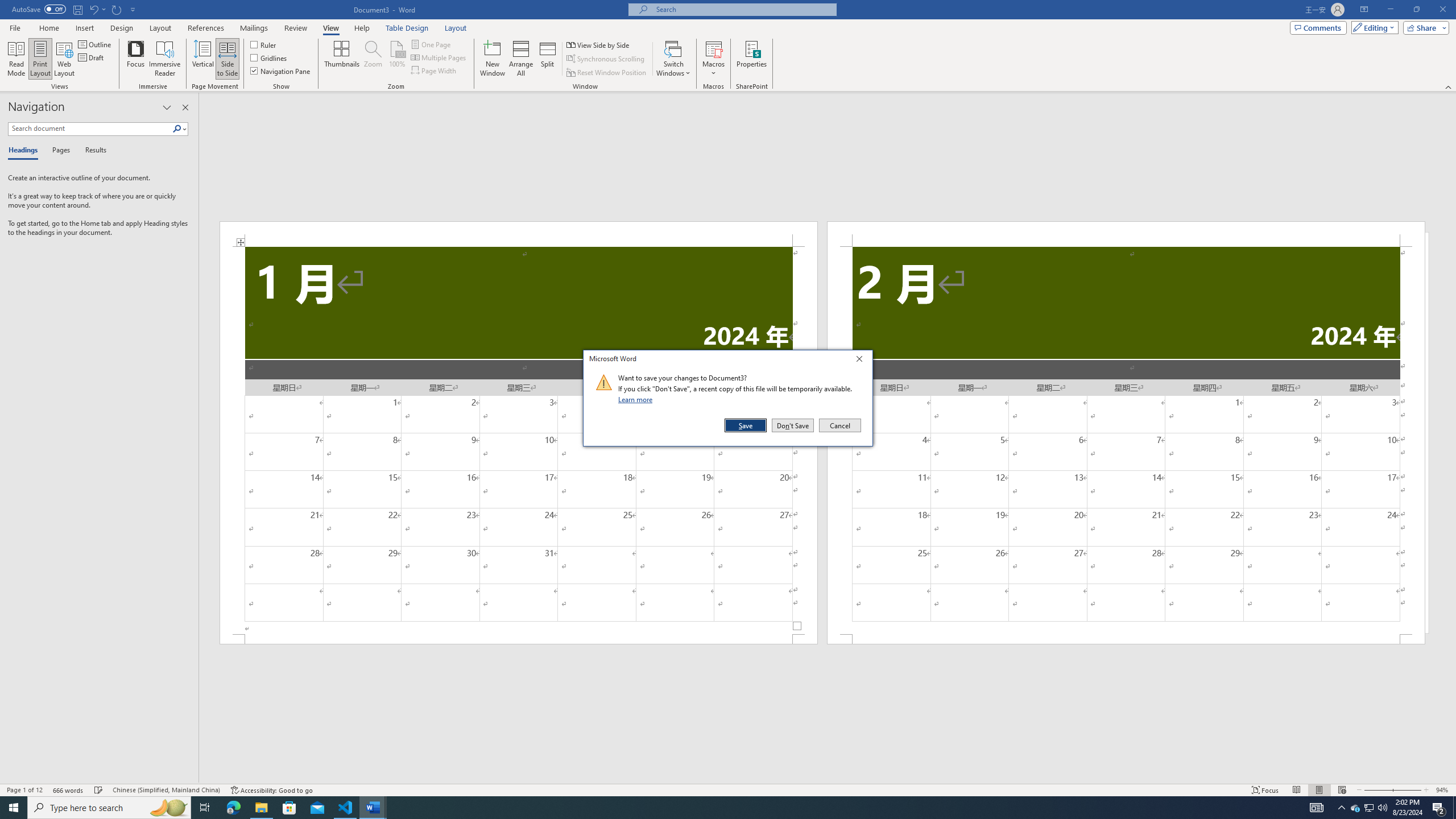 Image resolution: width=1456 pixels, height=819 pixels. I want to click on 'Show desktop', so click(1454, 806).